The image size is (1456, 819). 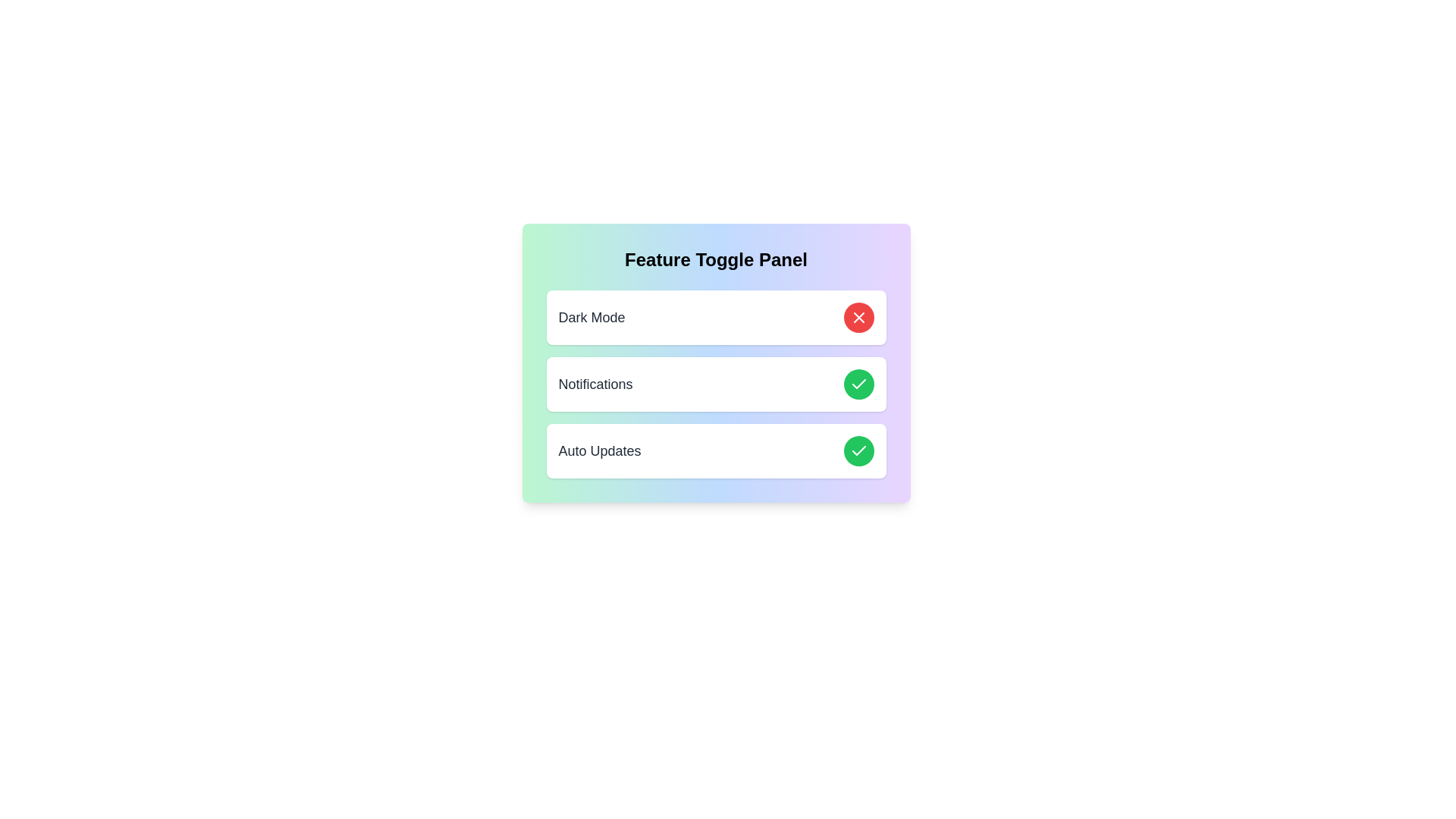 I want to click on the element Notifications to observe its visual effect, so click(x=715, y=383).